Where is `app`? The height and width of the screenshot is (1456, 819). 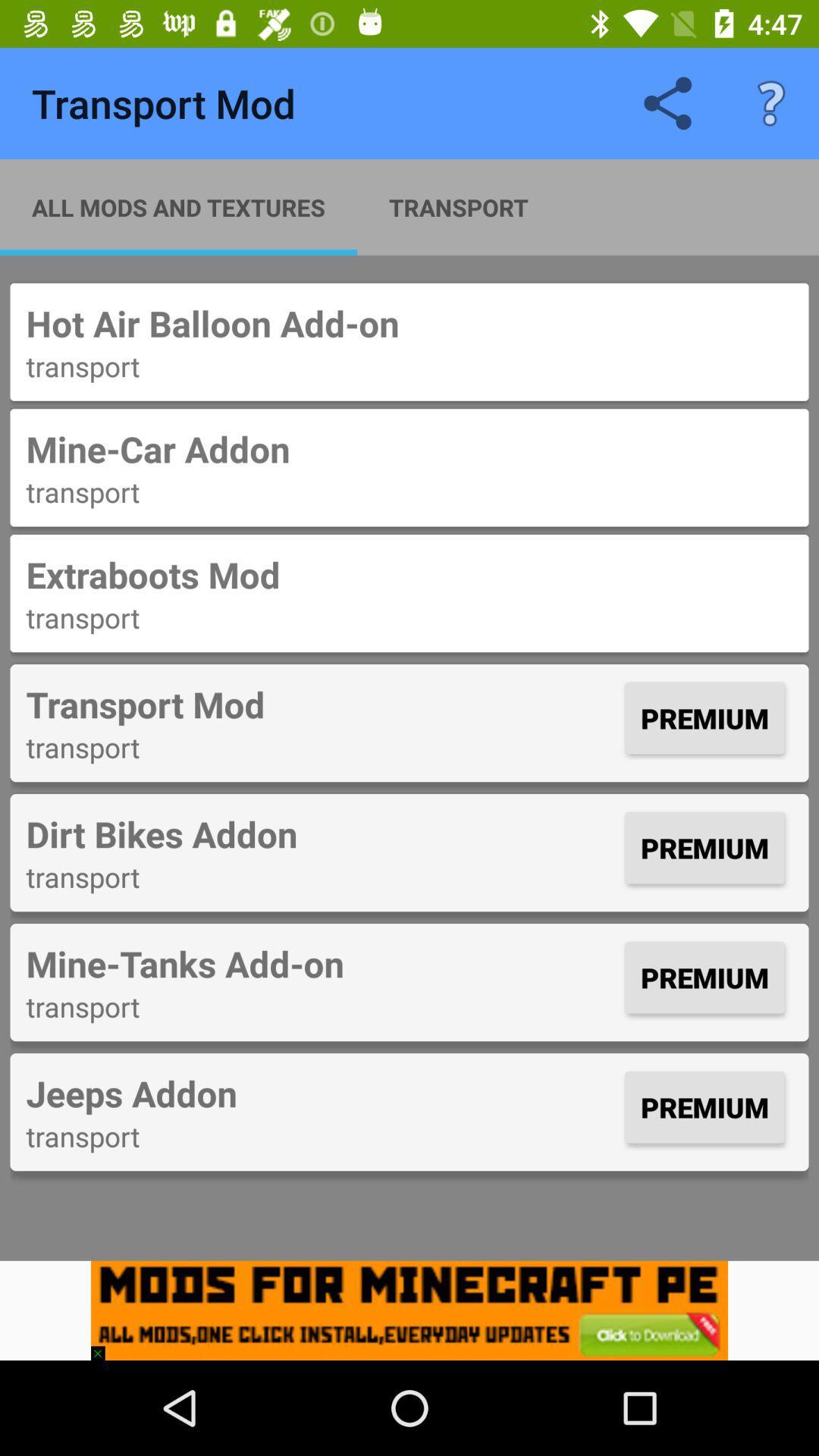
app is located at coordinates (409, 1310).